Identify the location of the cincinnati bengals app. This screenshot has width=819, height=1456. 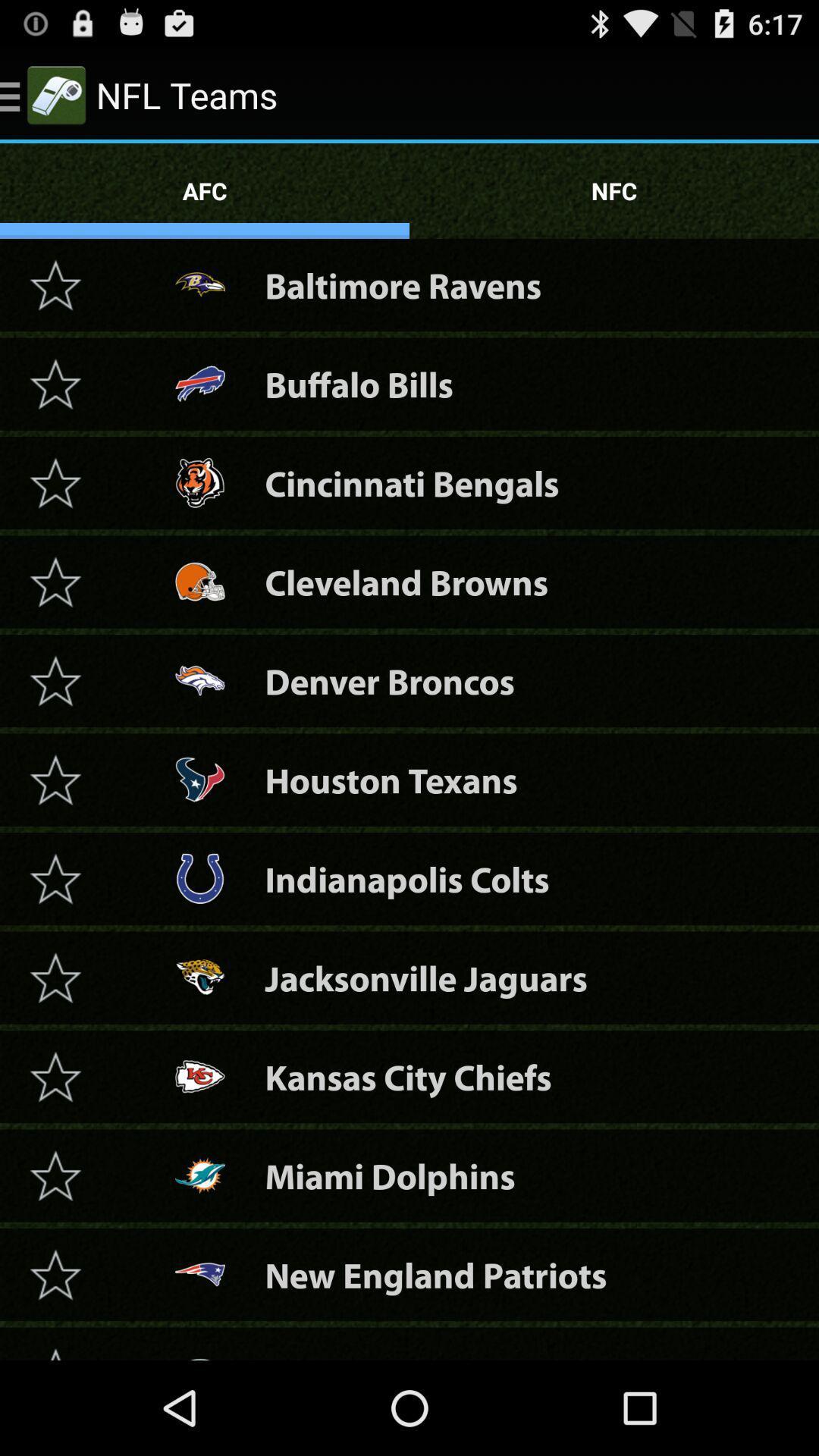
(412, 482).